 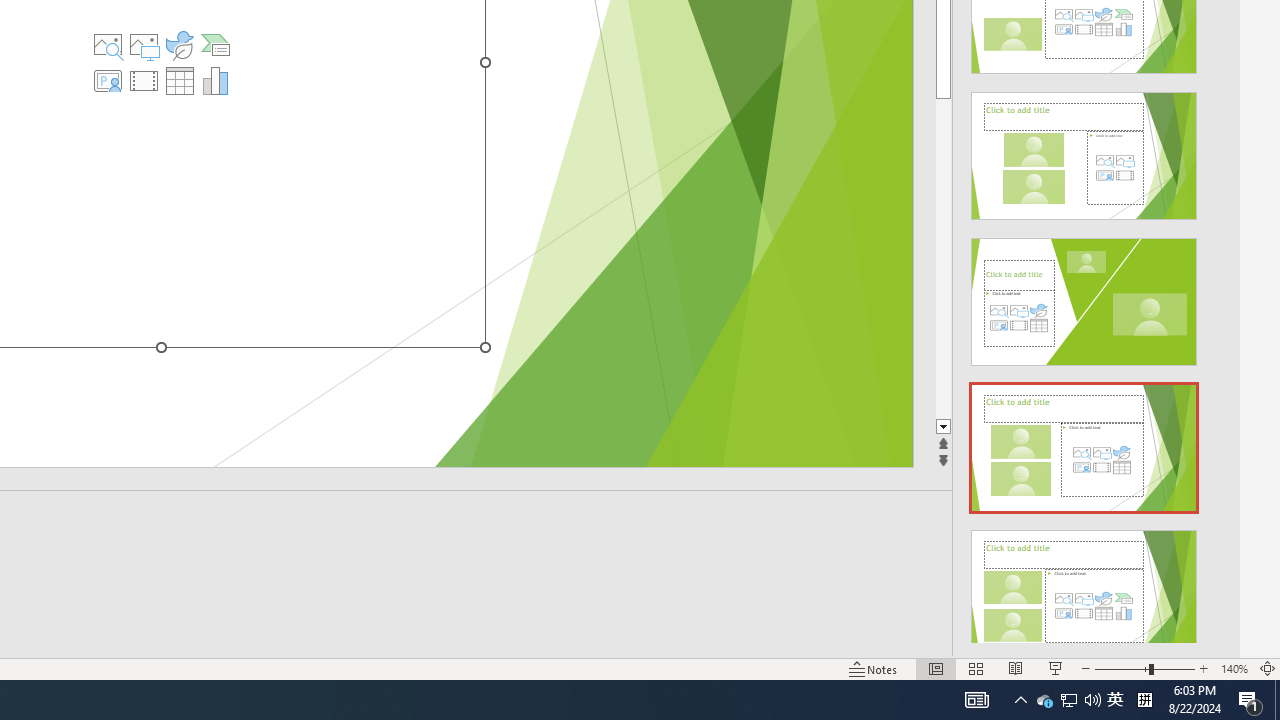 What do you see at coordinates (107, 45) in the screenshot?
I see `'Stock Images'` at bounding box center [107, 45].